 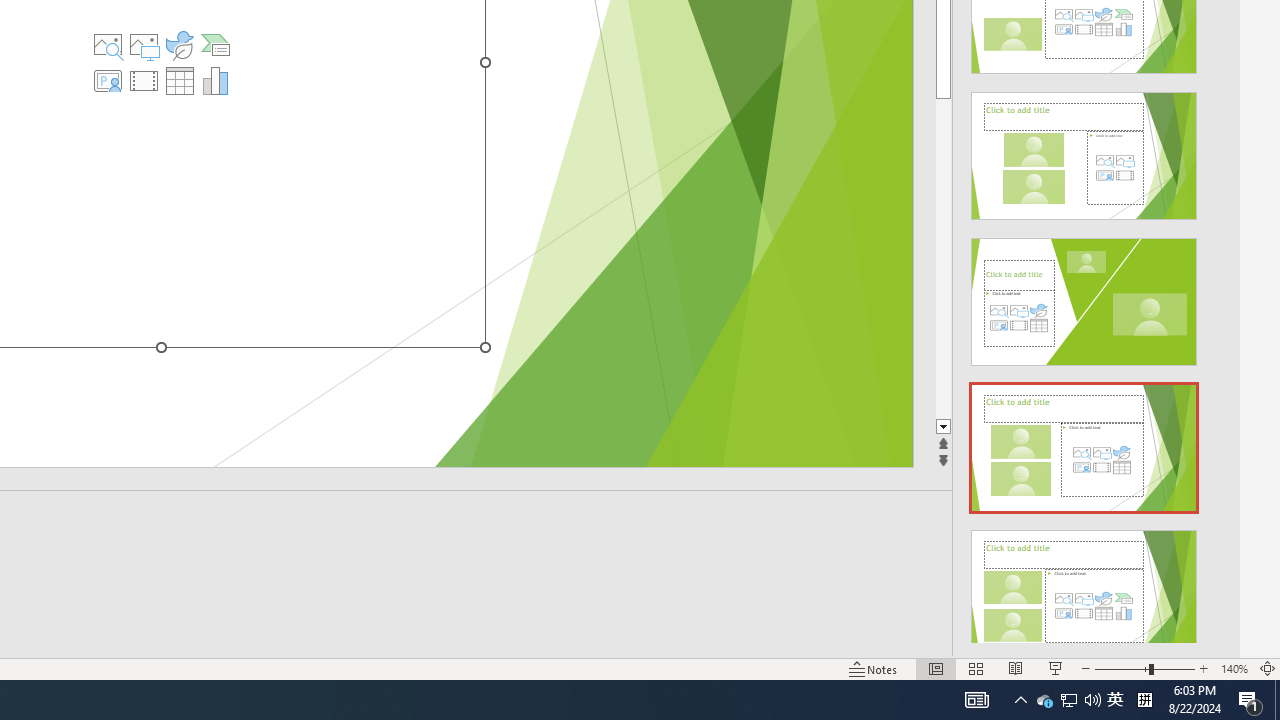 What do you see at coordinates (107, 45) in the screenshot?
I see `'Stock Images'` at bounding box center [107, 45].